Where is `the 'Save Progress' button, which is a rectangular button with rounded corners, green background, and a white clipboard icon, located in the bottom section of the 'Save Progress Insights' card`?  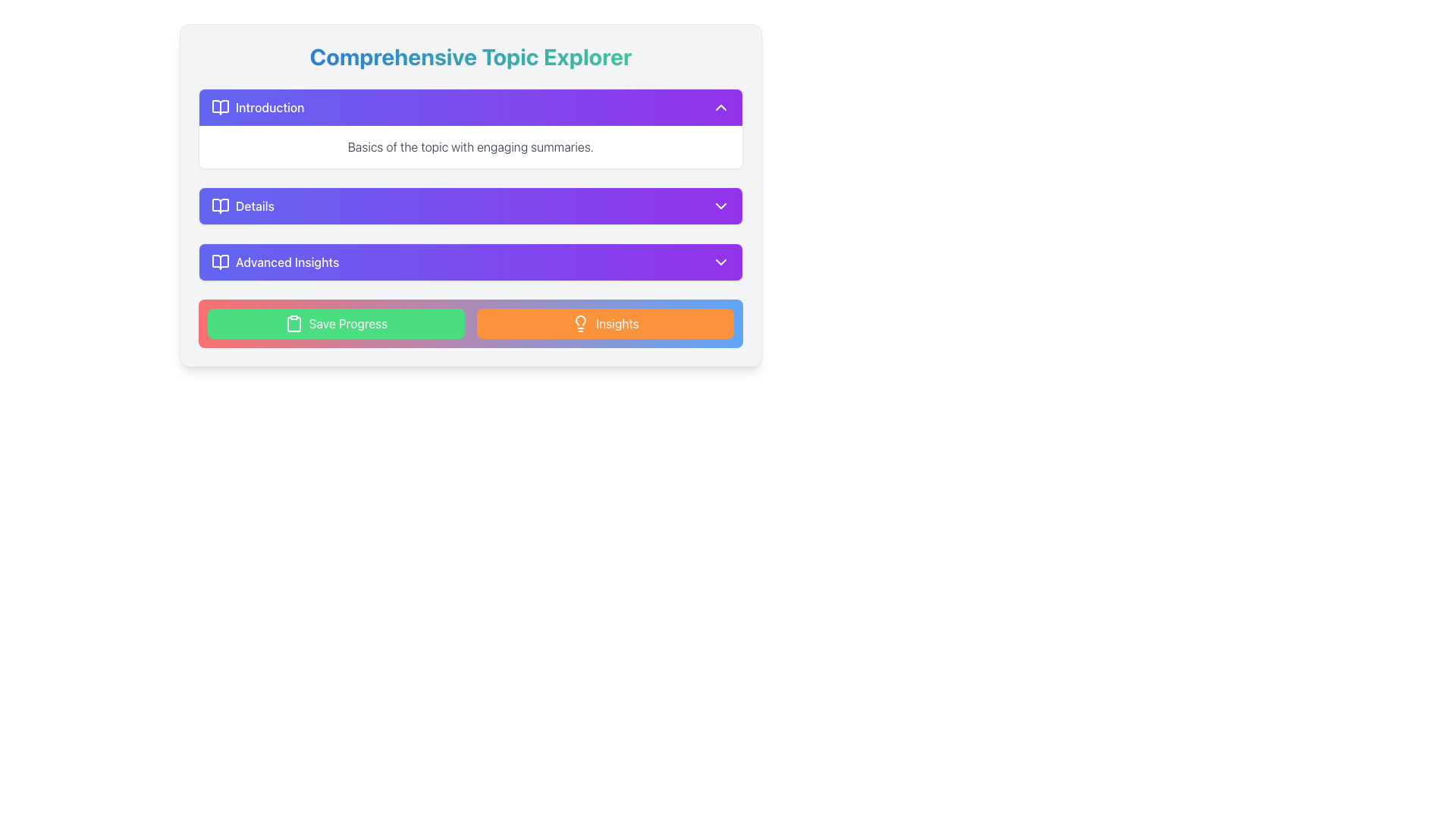 the 'Save Progress' button, which is a rectangular button with rounded corners, green background, and a white clipboard icon, located in the bottom section of the 'Save Progress Insights' card is located at coordinates (335, 323).